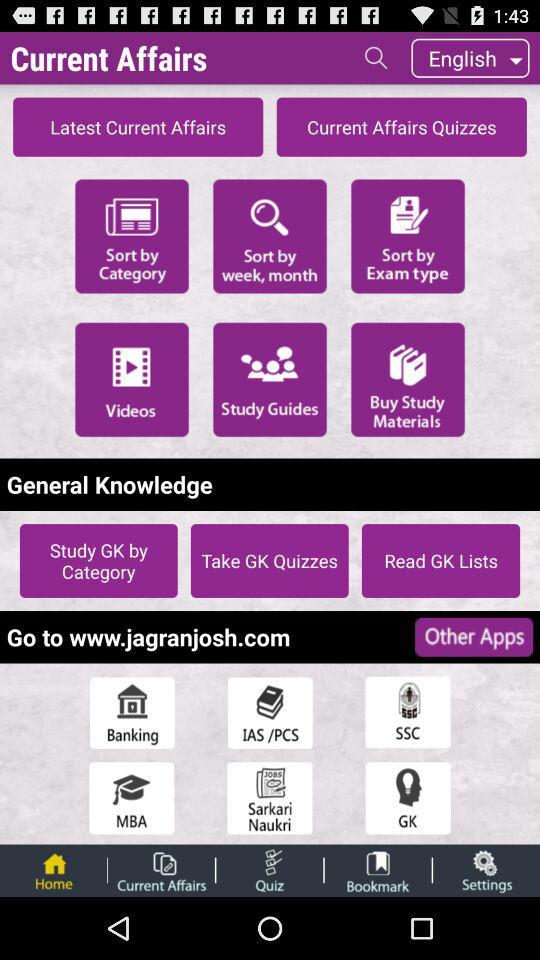 Image resolution: width=540 pixels, height=960 pixels. I want to click on initiate study guides, so click(270, 378).